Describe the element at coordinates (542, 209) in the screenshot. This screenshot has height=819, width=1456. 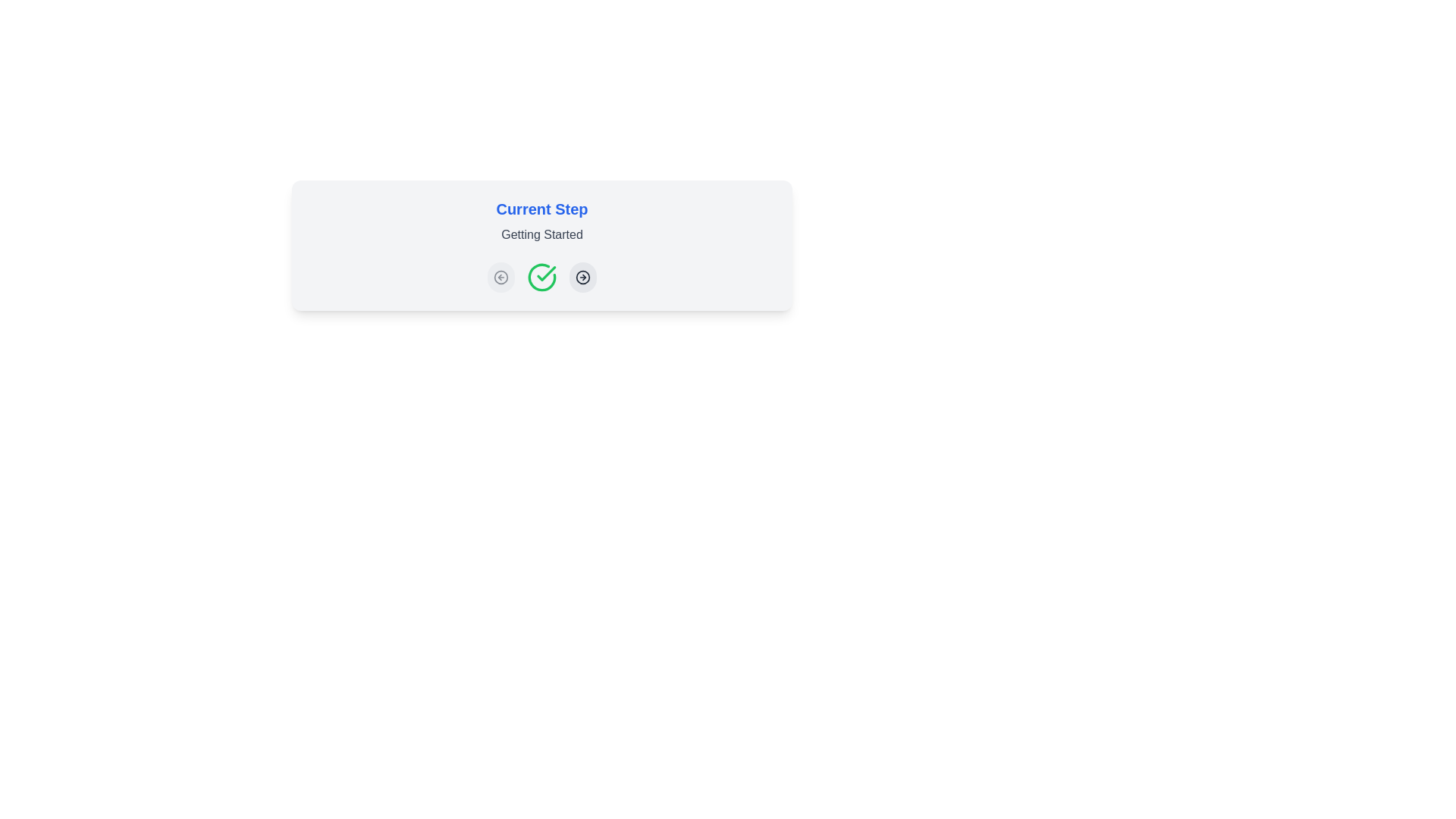
I see `the header text label that indicates the current stage or step of a process, positioned above the secondary label 'Getting Started'` at that location.